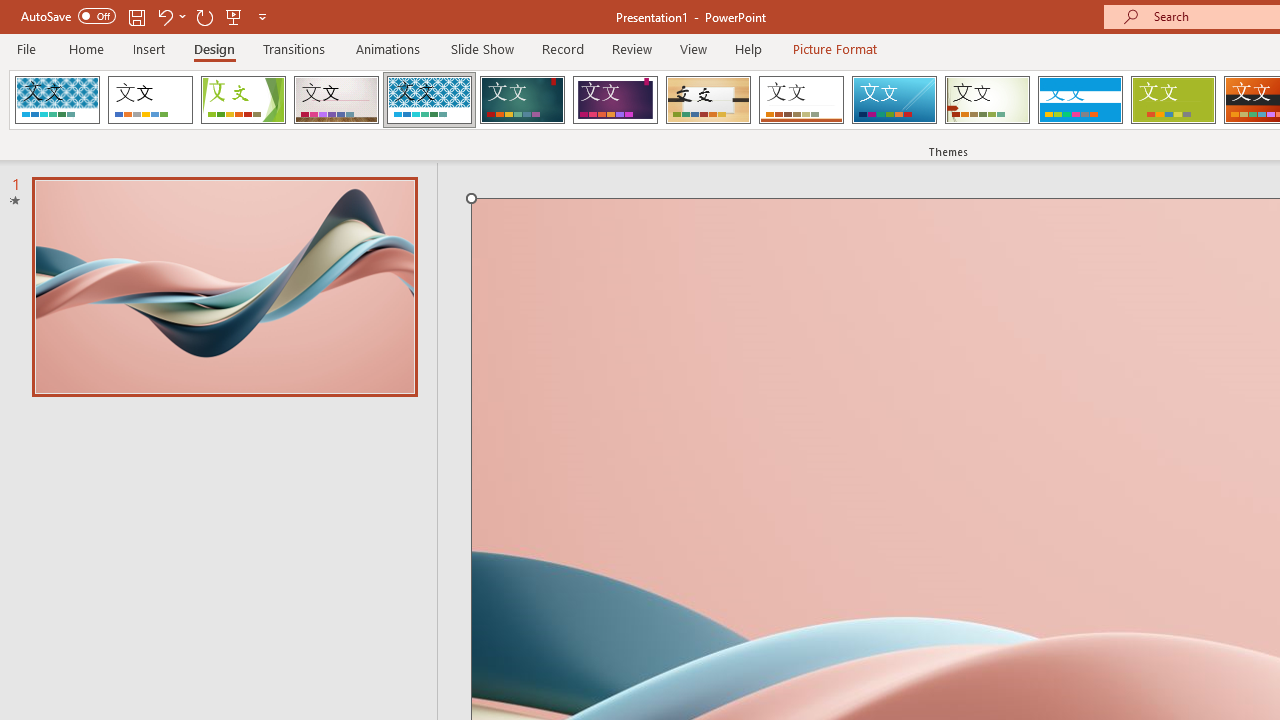 This screenshot has height=720, width=1280. I want to click on 'Retrospect', so click(801, 100).